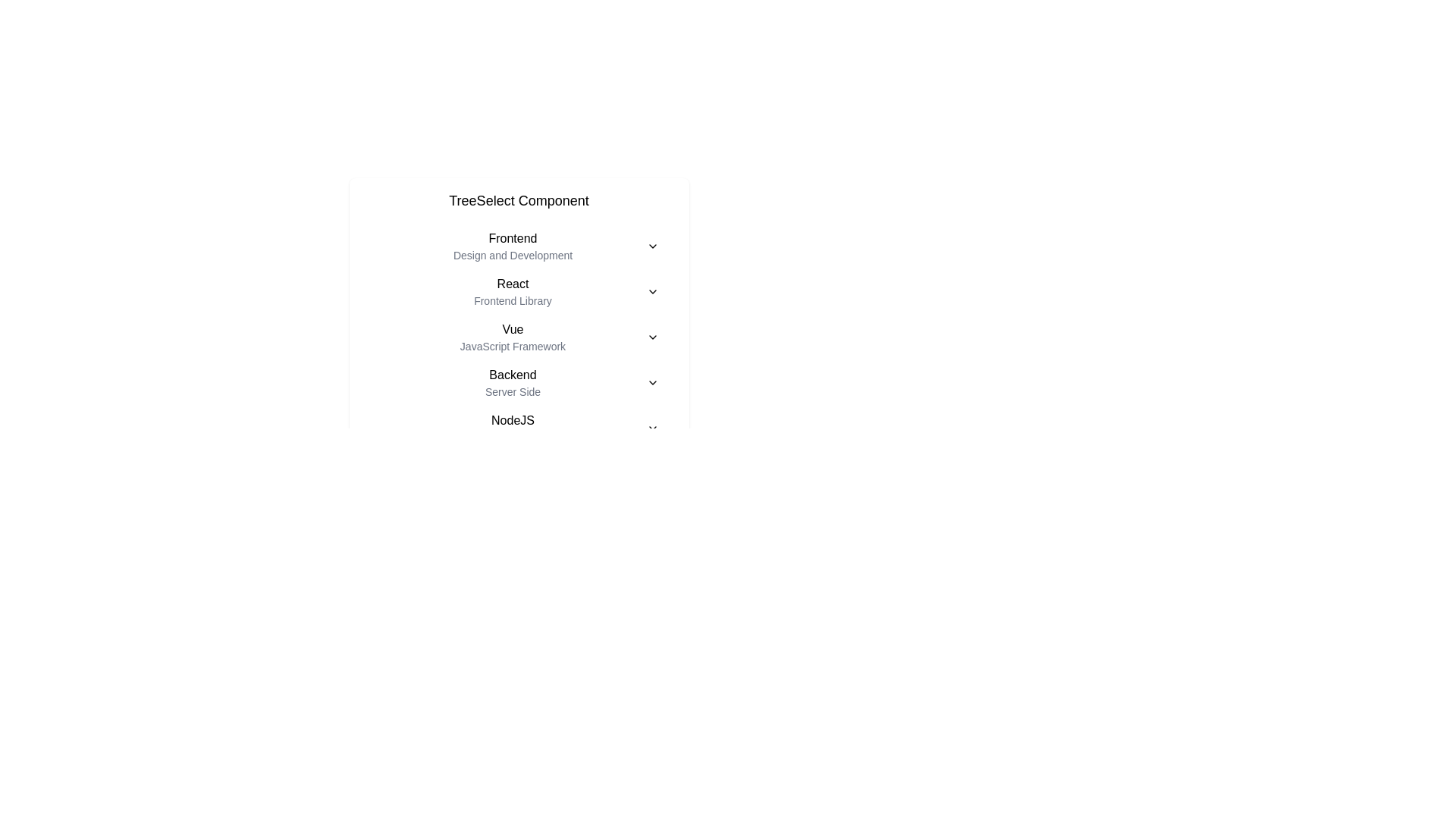 This screenshot has height=819, width=1456. What do you see at coordinates (513, 382) in the screenshot?
I see `the text block representing a selectable item in the tree structure for Backend development` at bounding box center [513, 382].